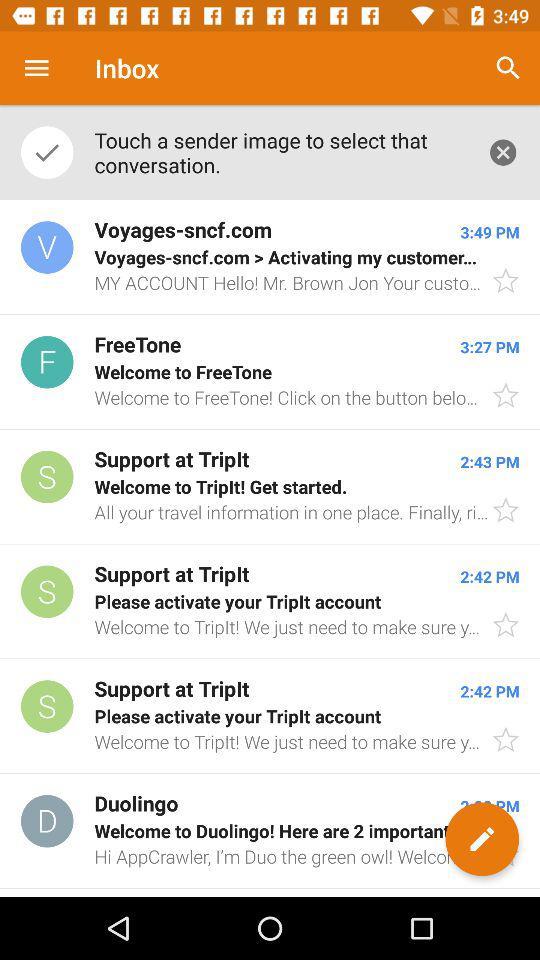 Image resolution: width=540 pixels, height=960 pixels. Describe the element at coordinates (279, 151) in the screenshot. I see `touch a sender icon` at that location.